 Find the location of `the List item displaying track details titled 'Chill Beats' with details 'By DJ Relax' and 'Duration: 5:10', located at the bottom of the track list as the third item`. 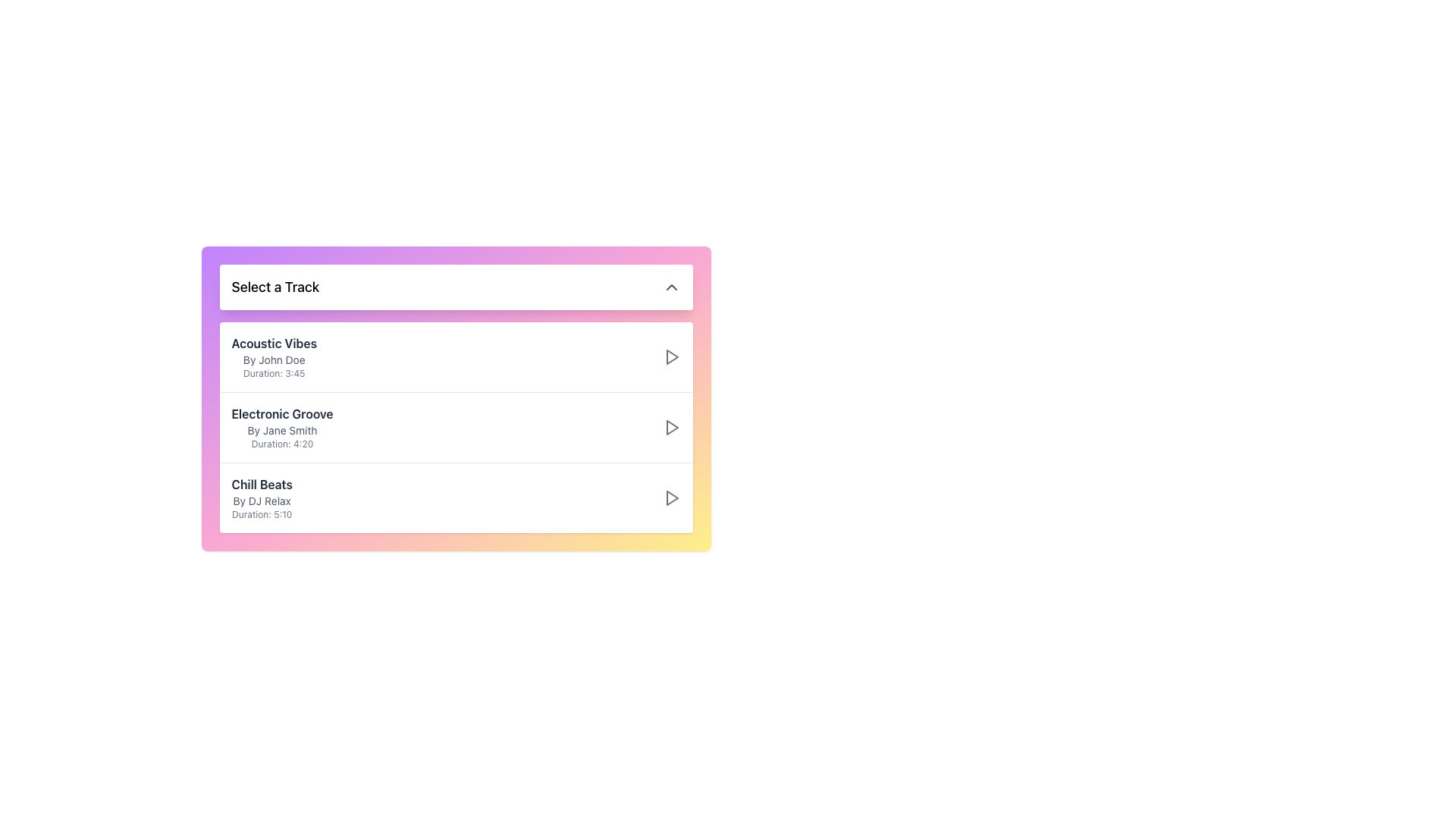

the List item displaying track details titled 'Chill Beats' with details 'By DJ Relax' and 'Duration: 5:10', located at the bottom of the track list as the third item is located at coordinates (455, 497).